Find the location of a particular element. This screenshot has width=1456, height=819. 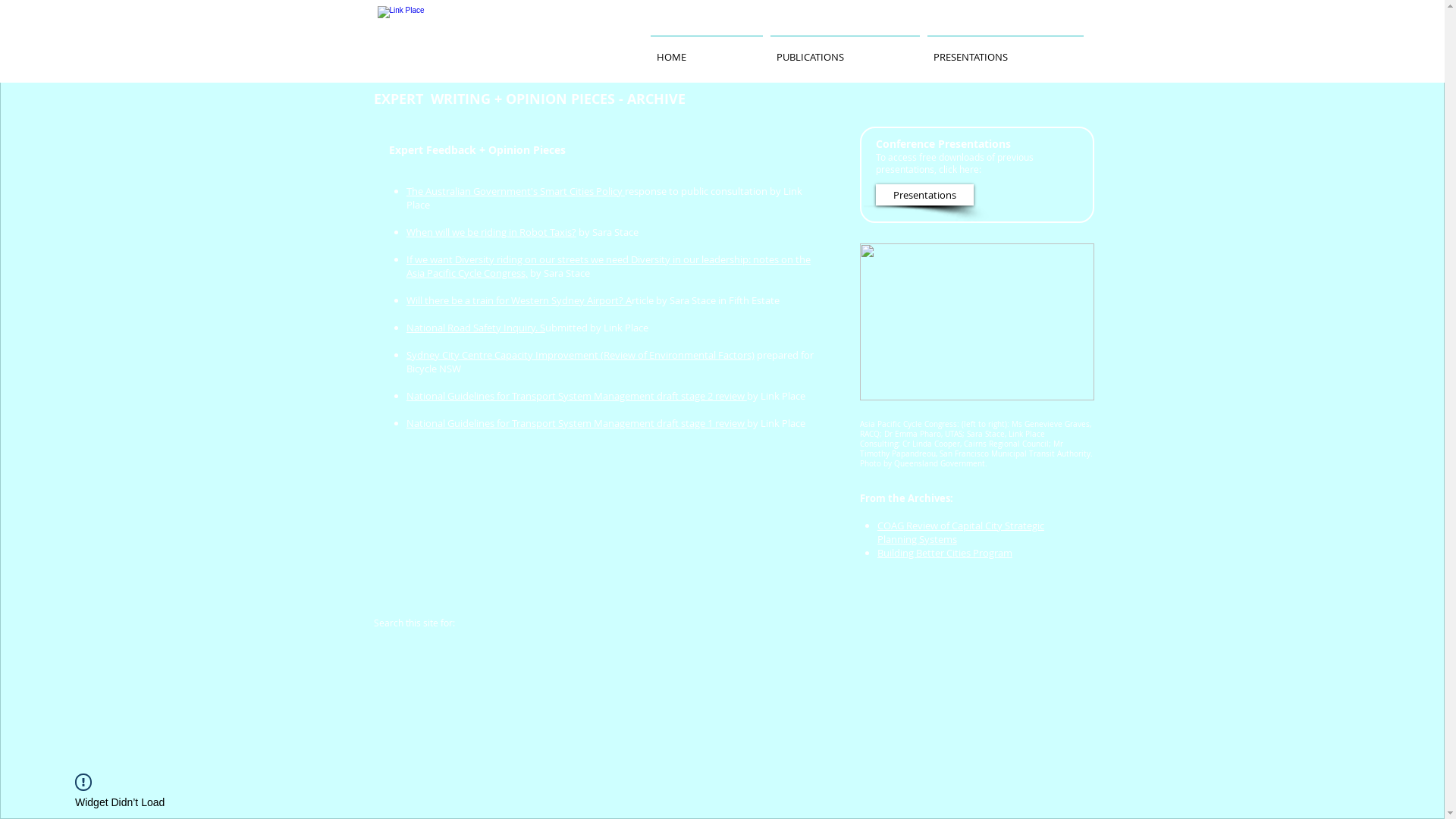

'Building Better Cities Program' is located at coordinates (877, 553).